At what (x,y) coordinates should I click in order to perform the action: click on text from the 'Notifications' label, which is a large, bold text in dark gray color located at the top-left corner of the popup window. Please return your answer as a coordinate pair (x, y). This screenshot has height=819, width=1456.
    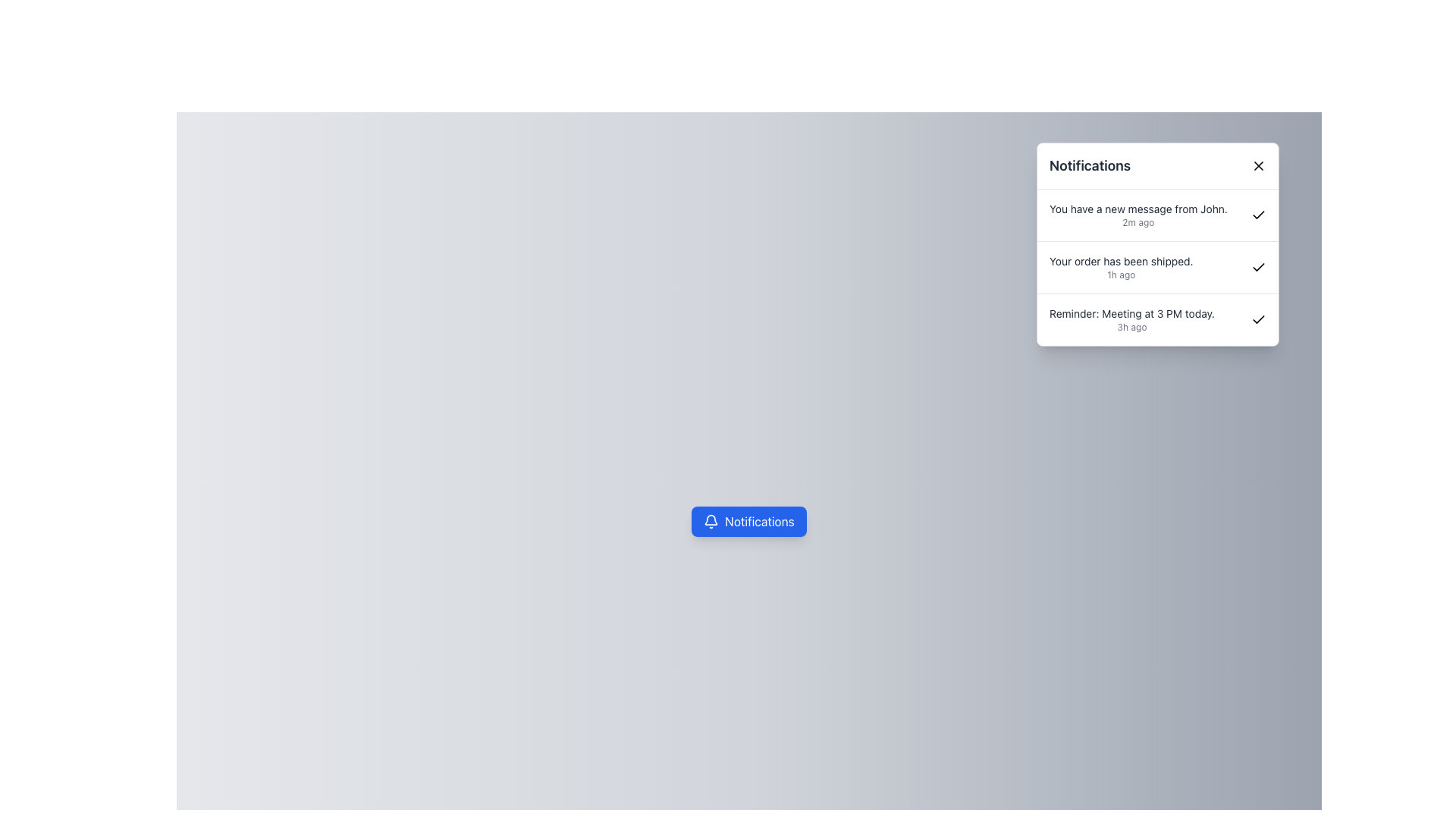
    Looking at the image, I should click on (1089, 166).